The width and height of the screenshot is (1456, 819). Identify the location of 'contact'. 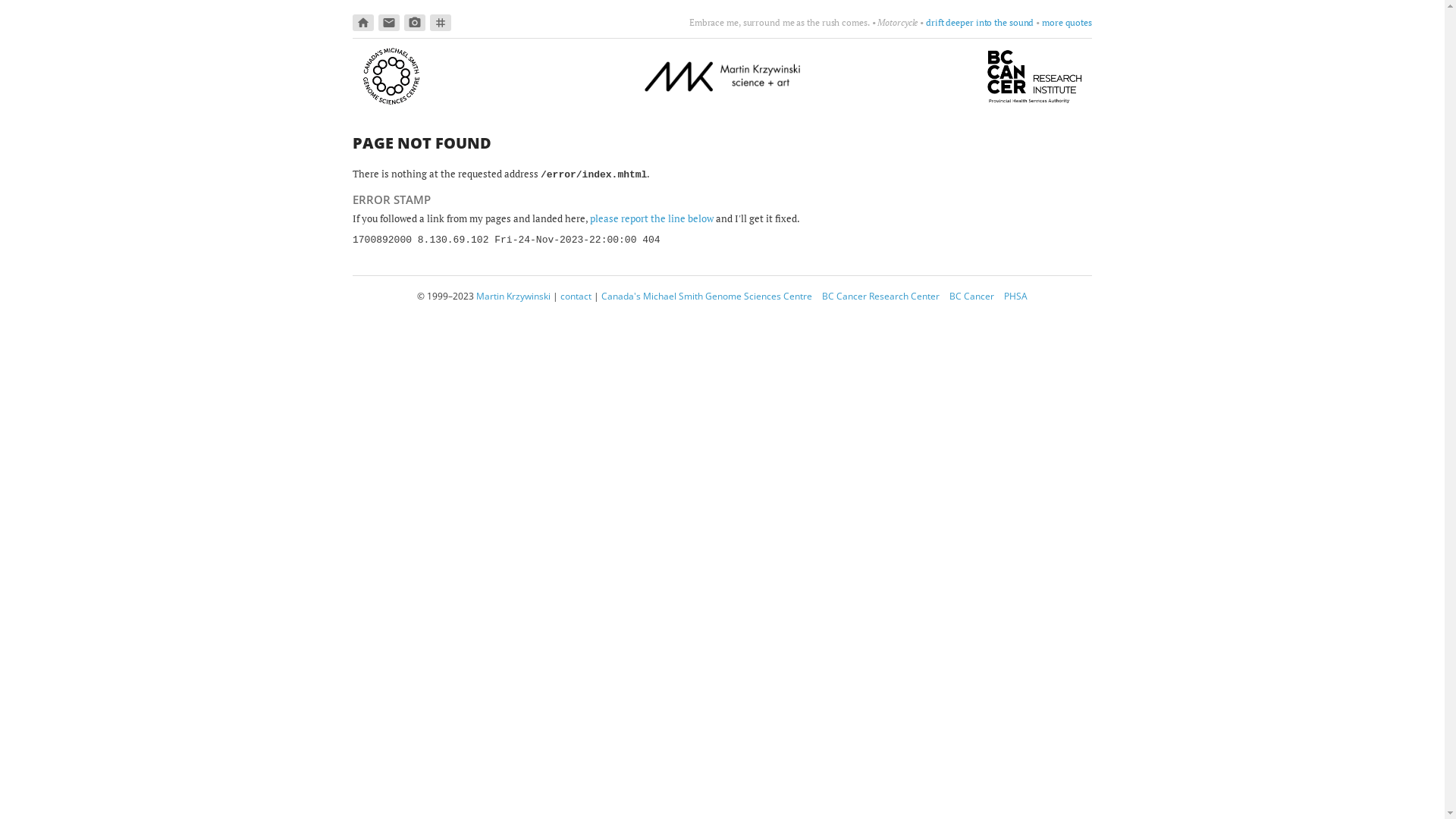
(575, 296).